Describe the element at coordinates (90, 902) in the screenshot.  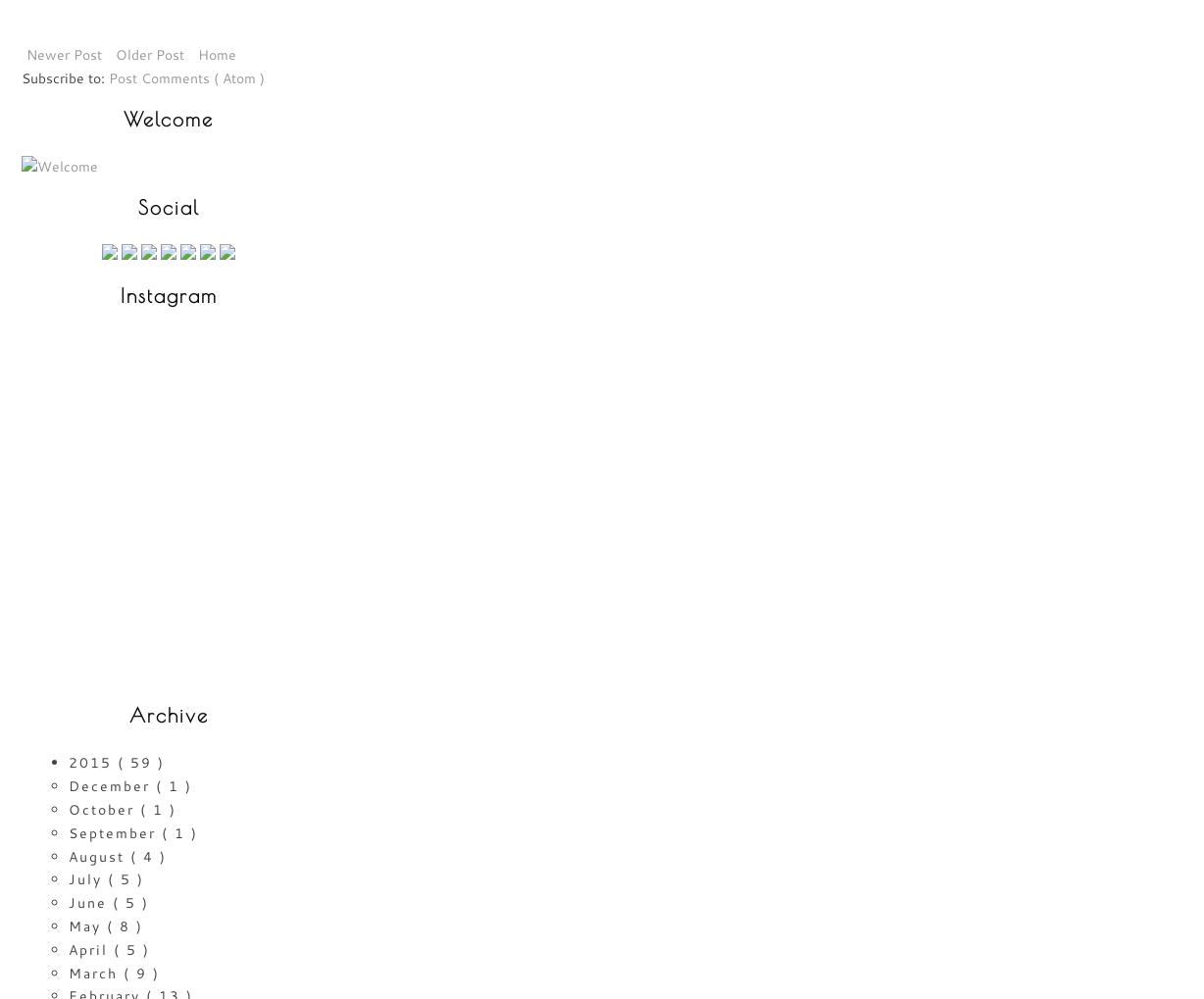
I see `'June'` at that location.